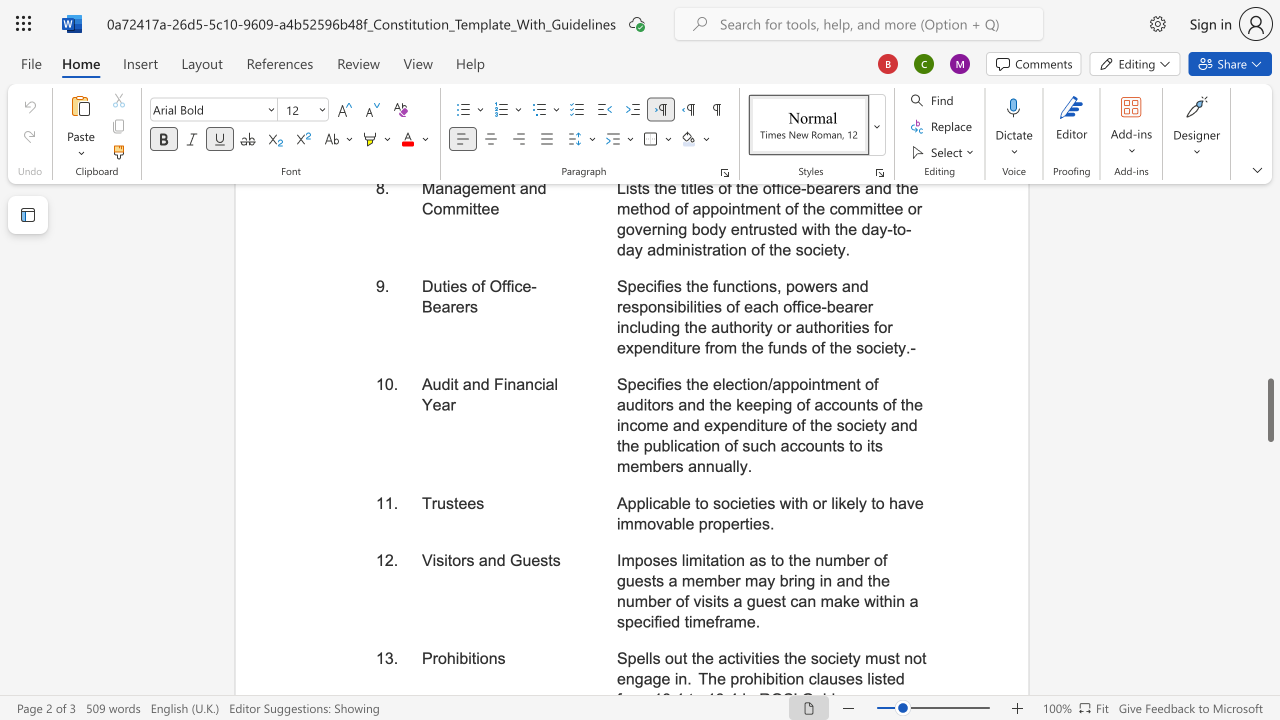  I want to click on the scrollbar to move the page up, so click(1269, 360).